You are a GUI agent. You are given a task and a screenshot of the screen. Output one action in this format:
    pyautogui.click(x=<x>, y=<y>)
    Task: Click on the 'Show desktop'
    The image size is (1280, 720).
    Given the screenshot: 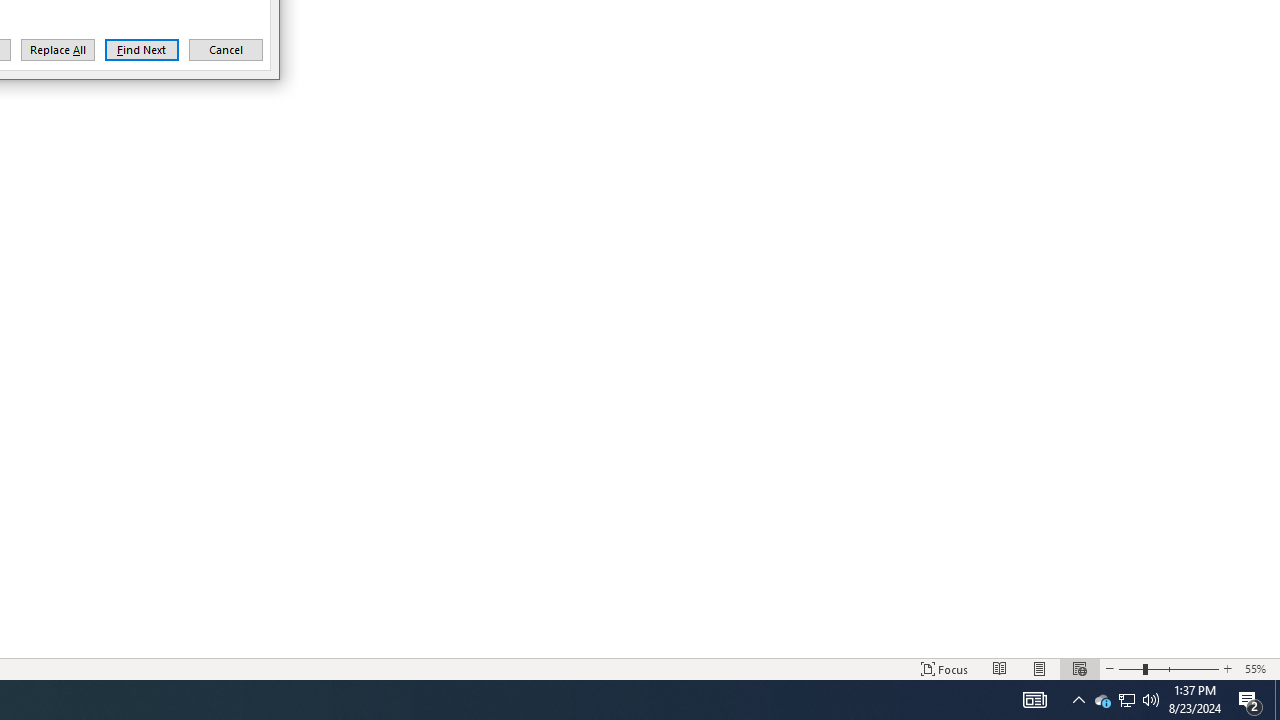 What is the action you would take?
    pyautogui.click(x=1276, y=698)
    